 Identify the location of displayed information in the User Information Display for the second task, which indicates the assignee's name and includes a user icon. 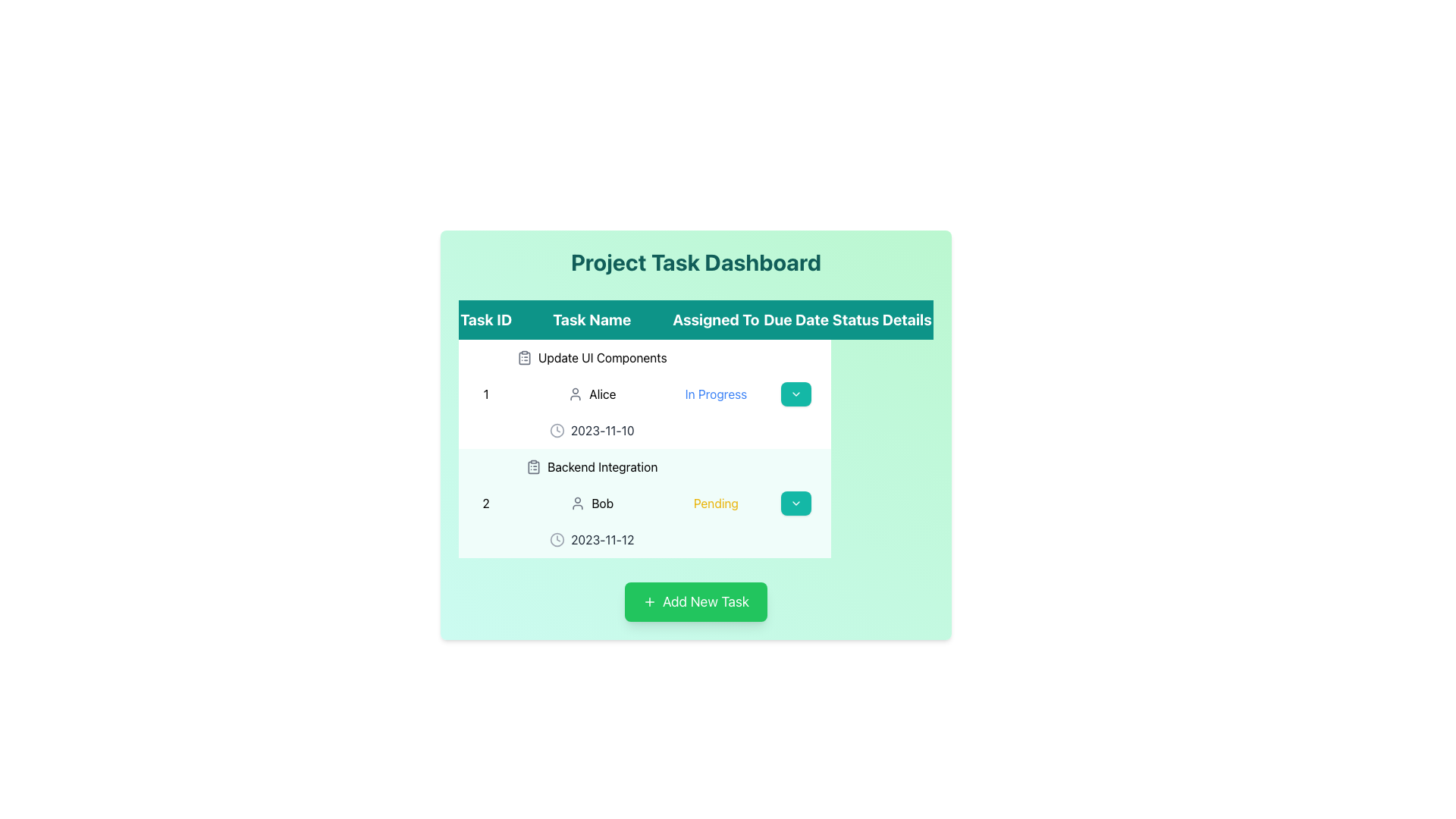
(591, 503).